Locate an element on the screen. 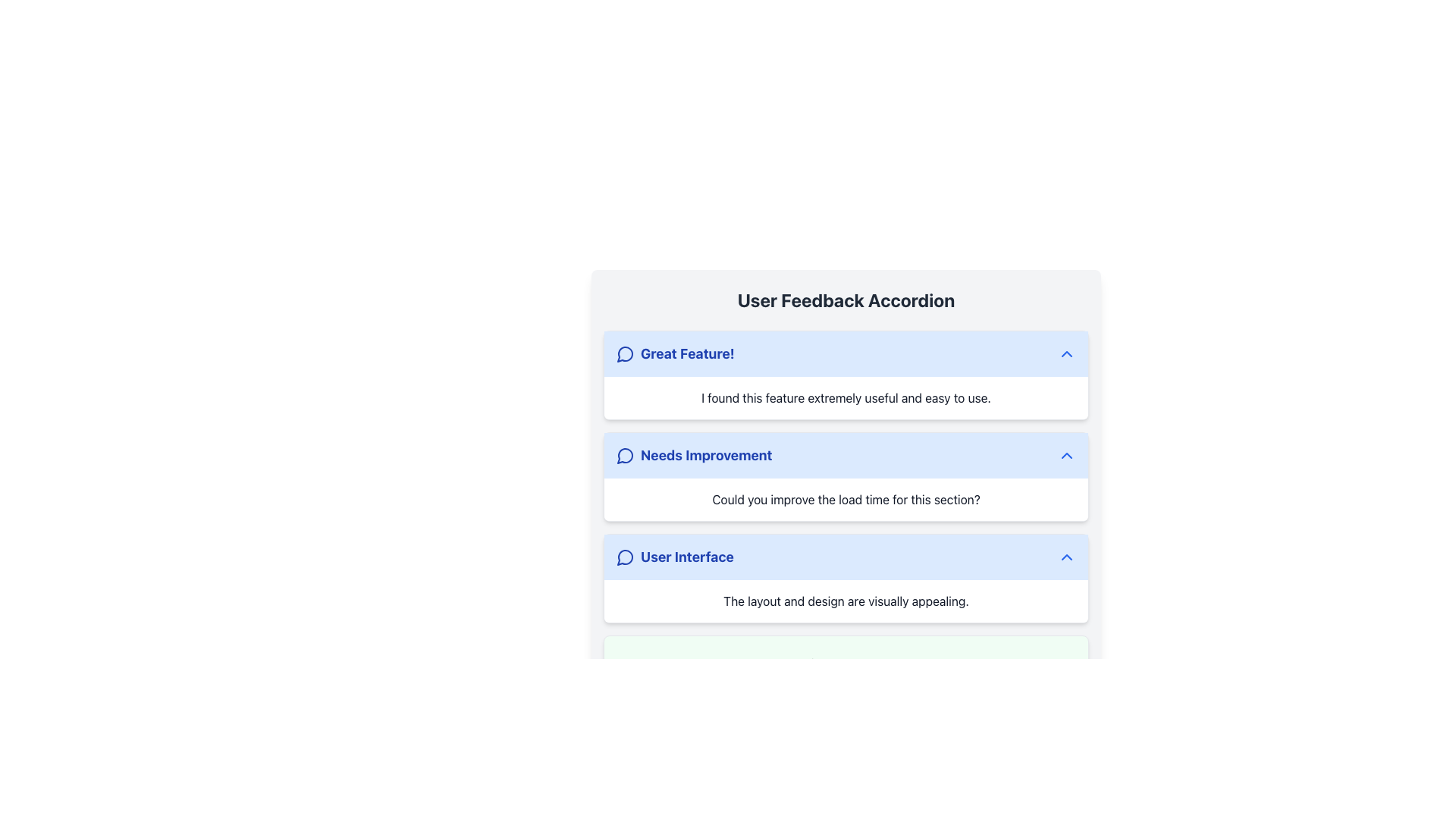  the leading icon in the 'User Interface' section, which is positioned at the leftmost side next to the text 'User Interface' is located at coordinates (626, 557).